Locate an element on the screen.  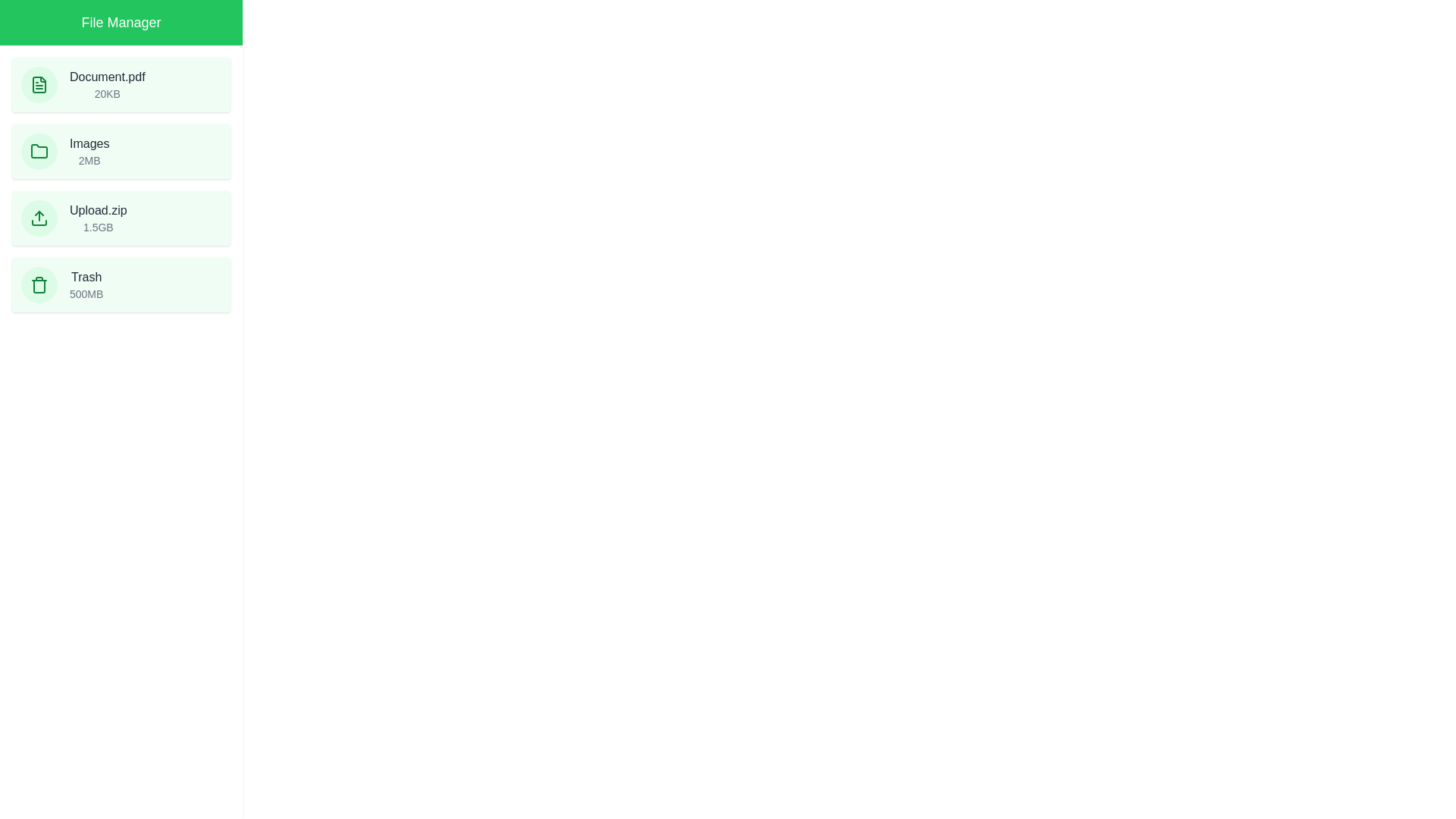
the file or folder item identified by its name Document.pdf is located at coordinates (120, 84).